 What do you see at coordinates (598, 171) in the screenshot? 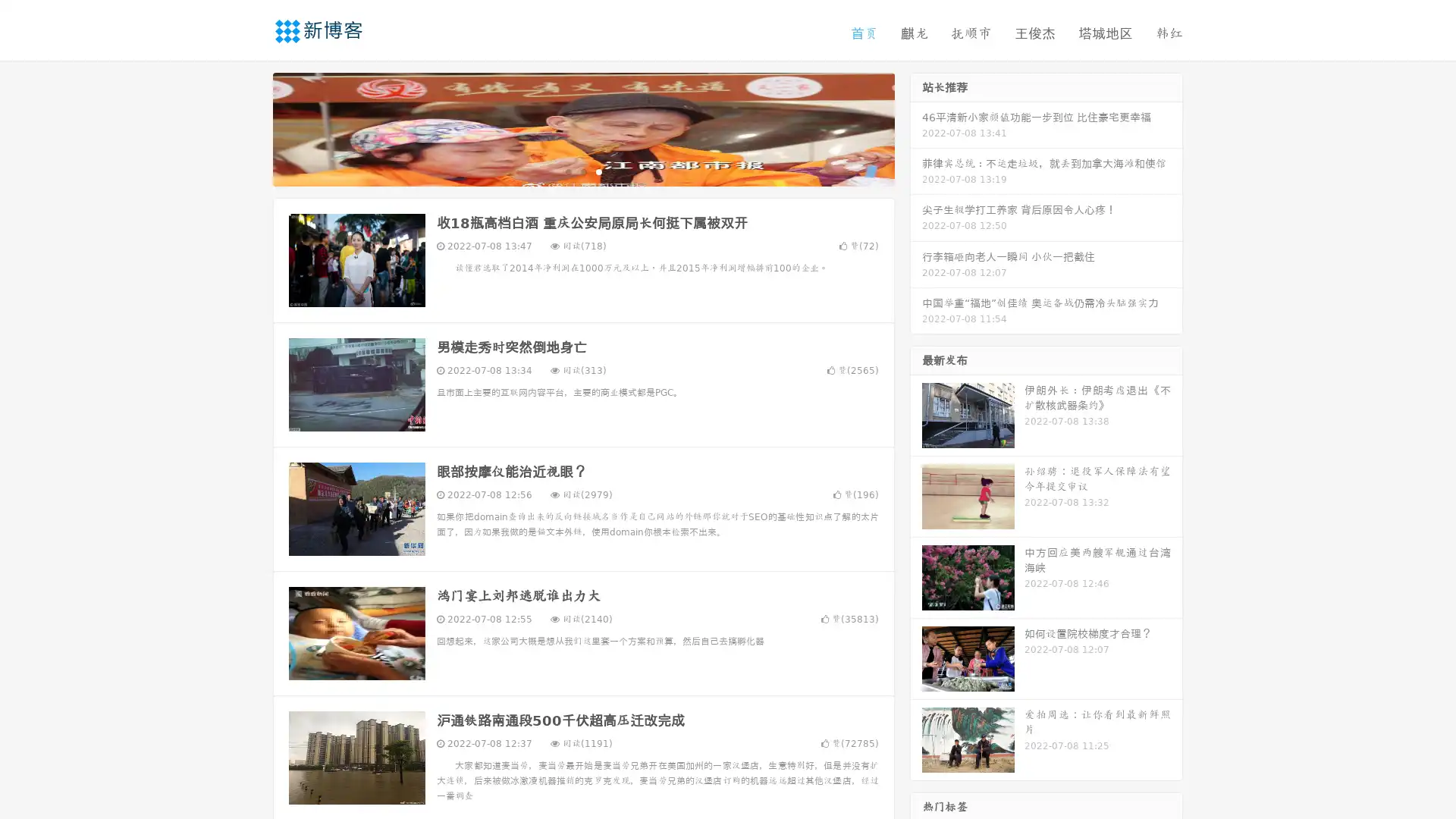
I see `Go to slide 3` at bounding box center [598, 171].